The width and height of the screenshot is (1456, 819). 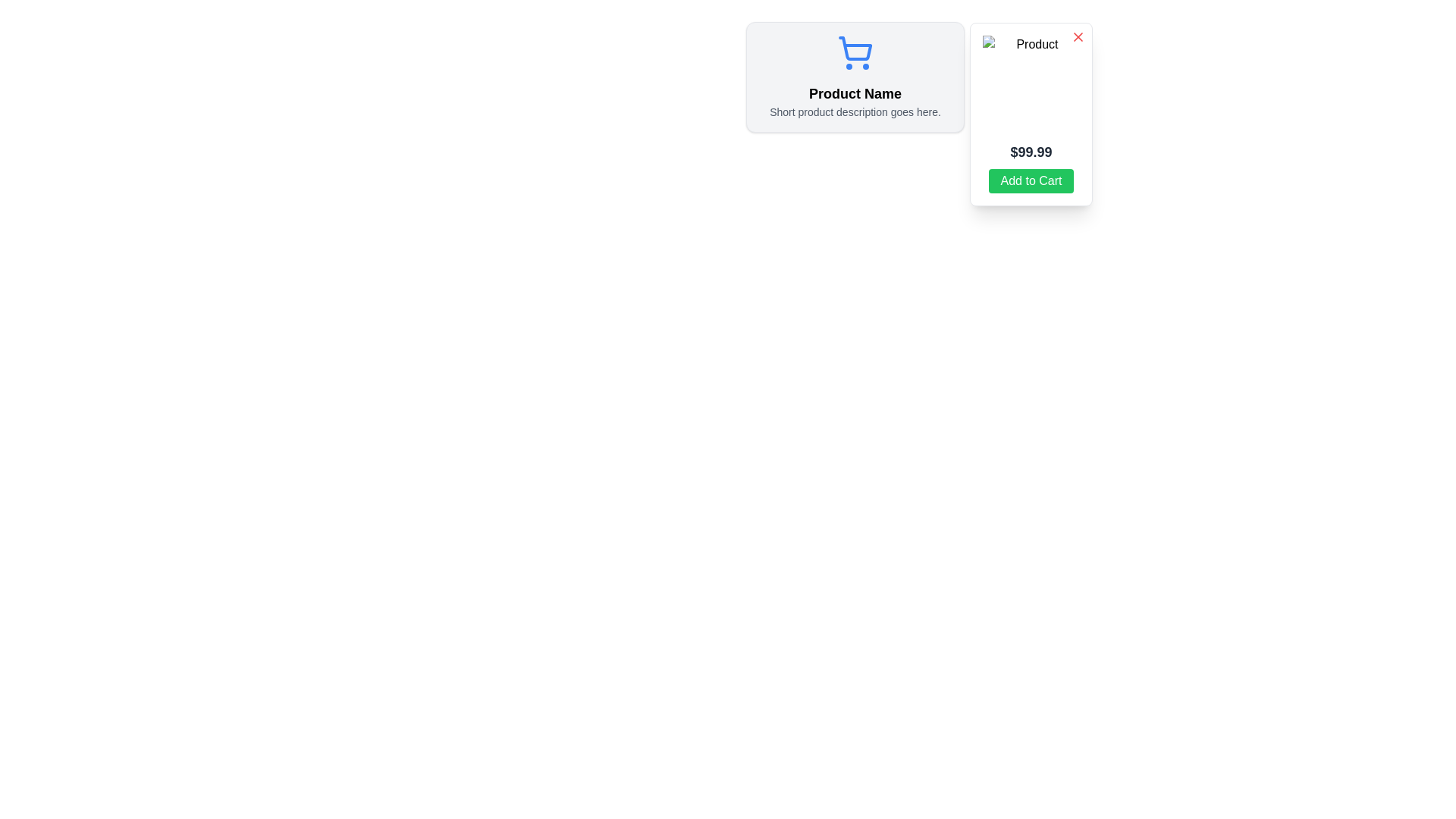 I want to click on the red 'X' icon located in the upper-right corner of the product card, so click(x=1077, y=36).